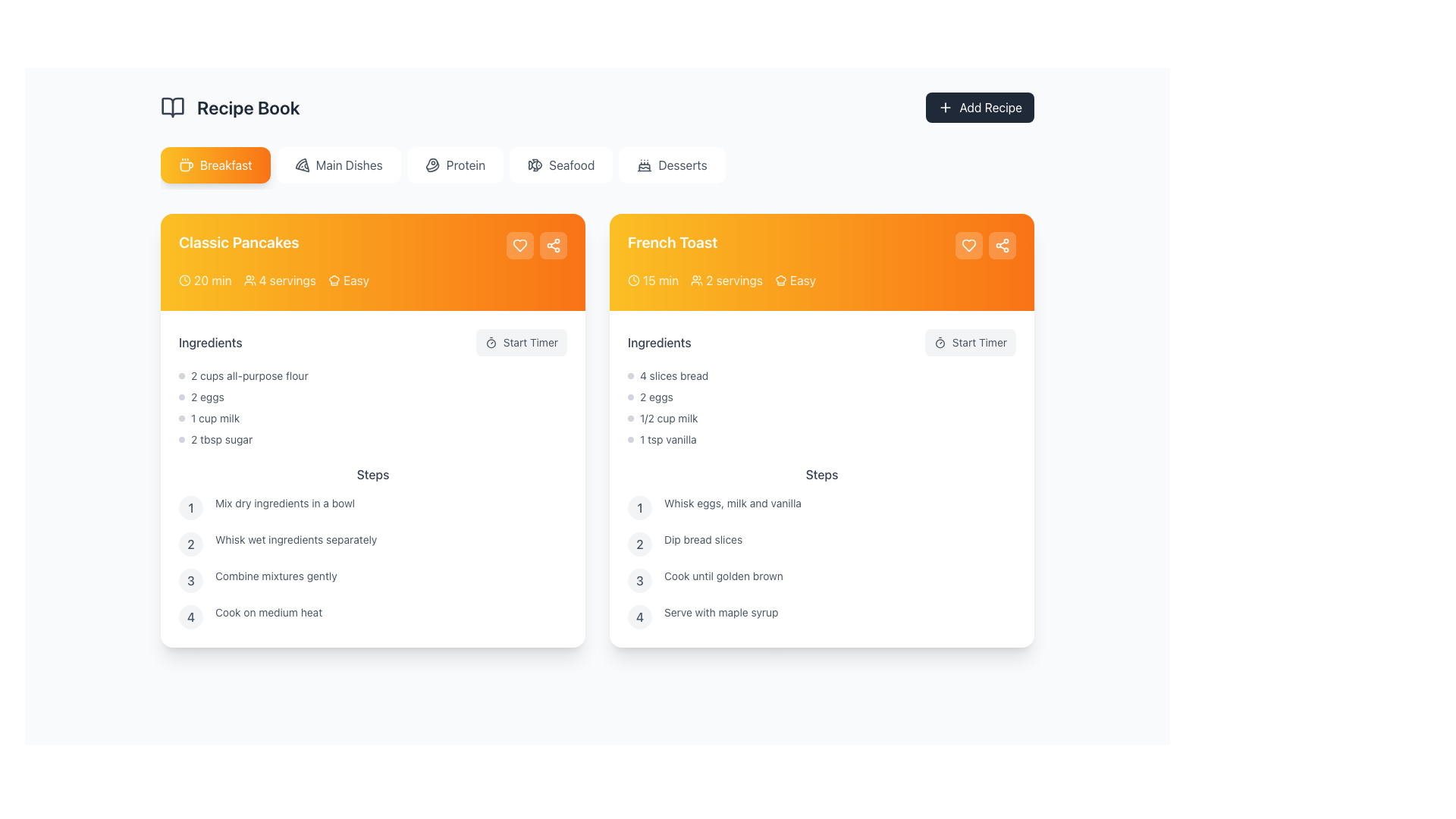 The image size is (1456, 819). I want to click on displayed static text that provides instructions for serving the dish with maple syrup, located on the right-hand side of the 'French Toast' card, as the last step in the 'Steps' section, so click(720, 617).